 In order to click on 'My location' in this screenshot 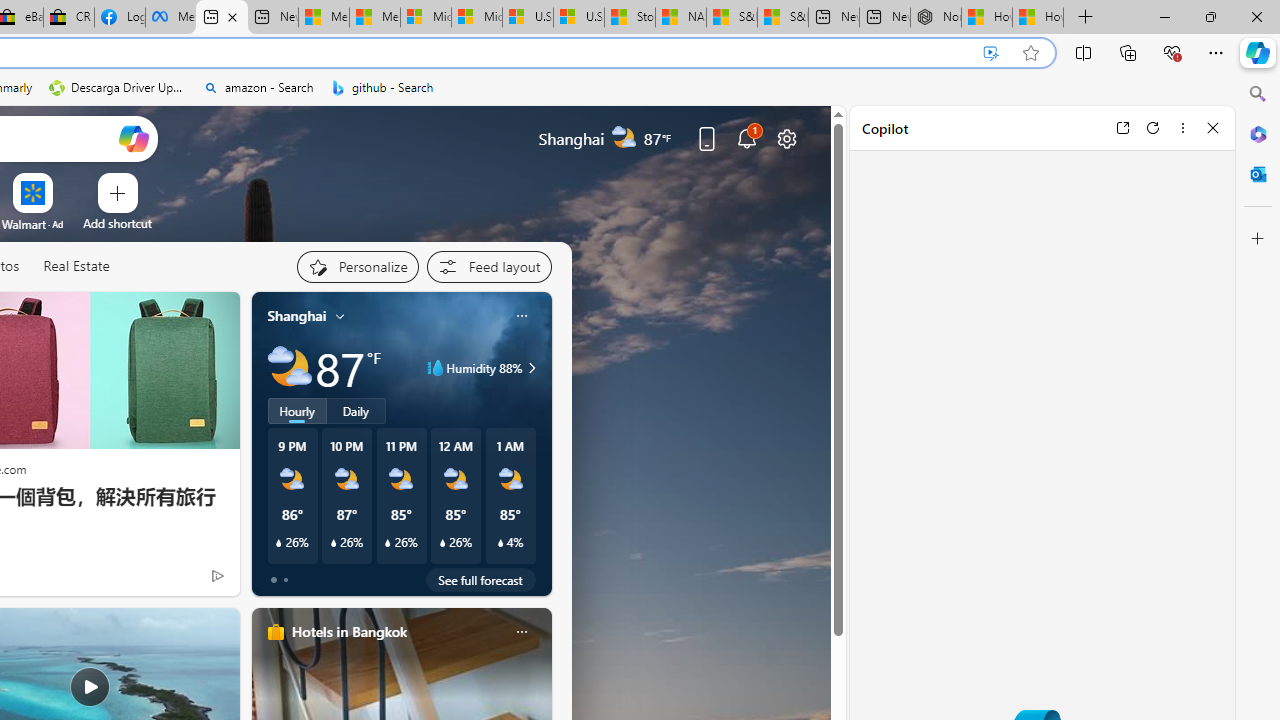, I will do `click(340, 315)`.